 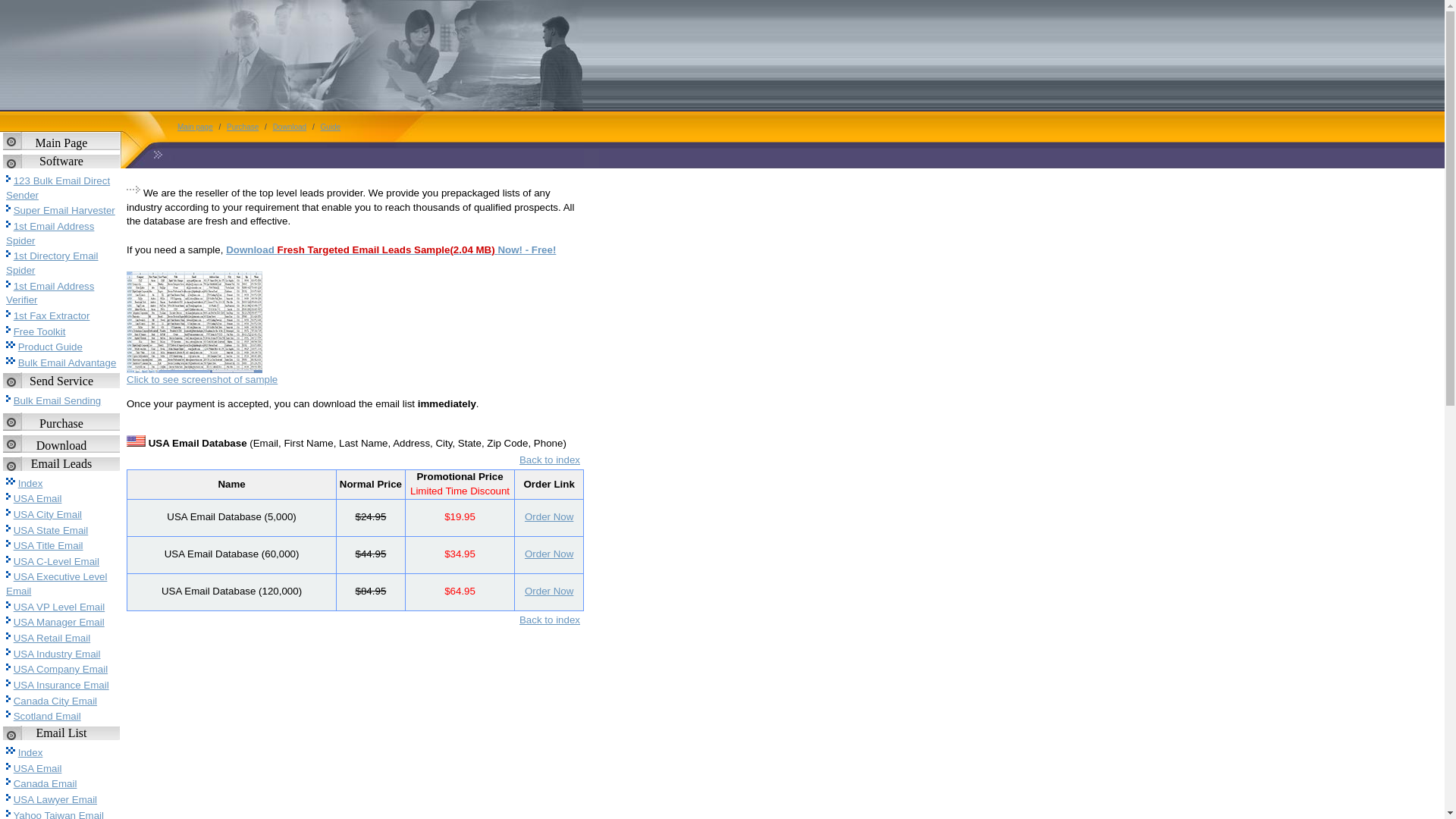 I want to click on 'Order Now', so click(x=548, y=516).